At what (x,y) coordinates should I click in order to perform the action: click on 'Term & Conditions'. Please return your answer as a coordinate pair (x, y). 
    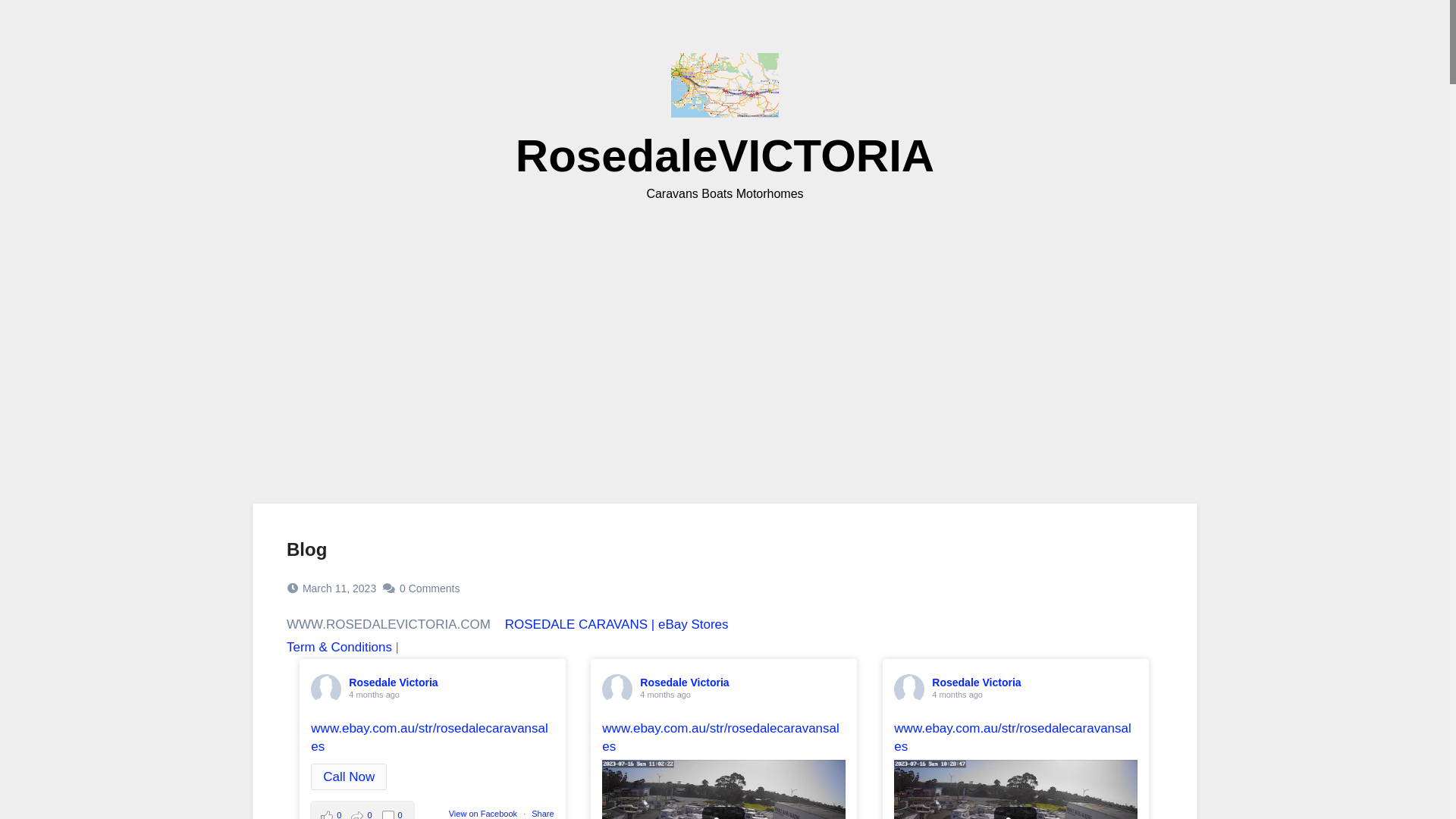
    Looking at the image, I should click on (338, 647).